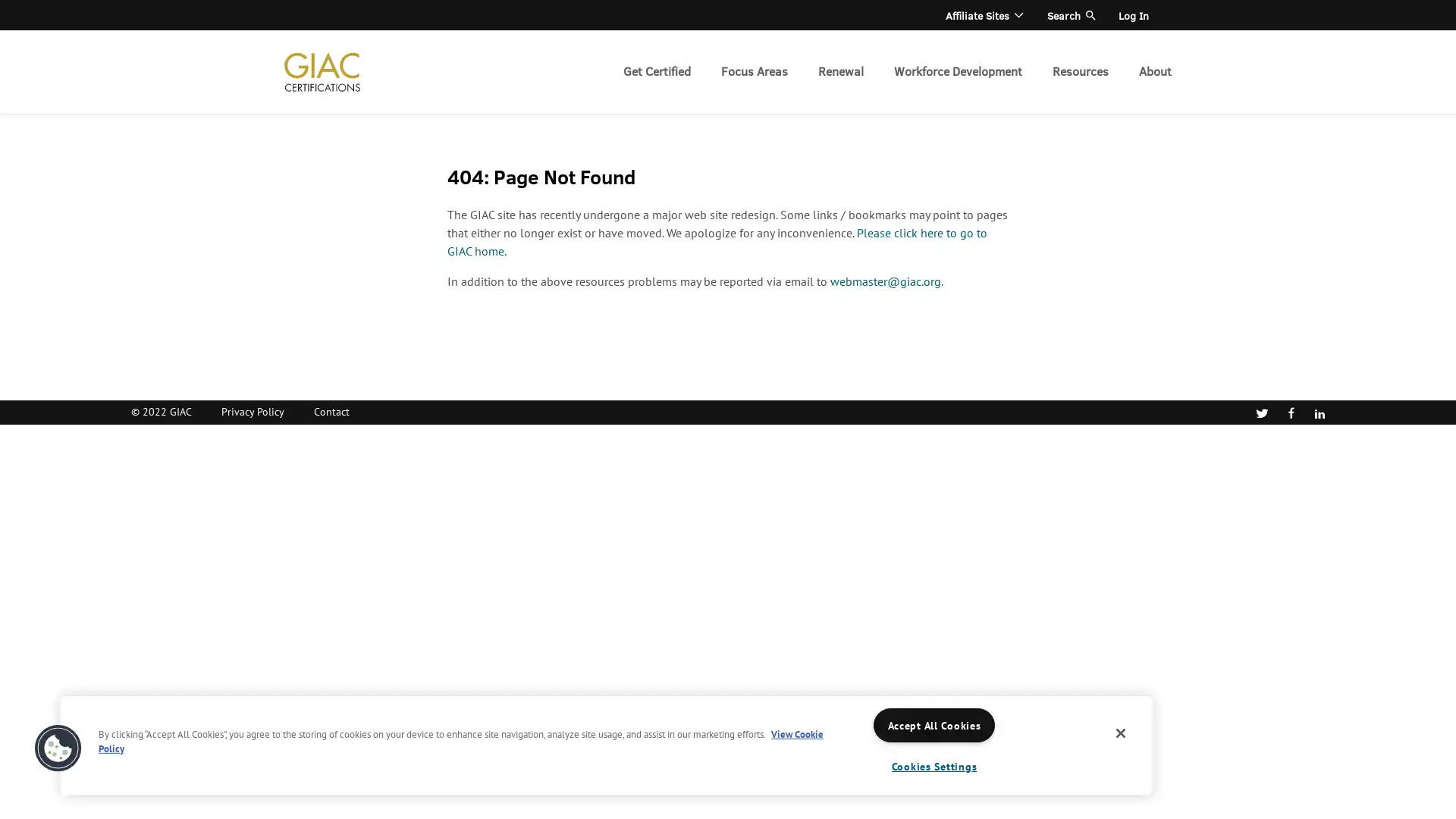 The width and height of the screenshot is (1456, 819). Describe the element at coordinates (934, 724) in the screenshot. I see `Accept All Cookies` at that location.